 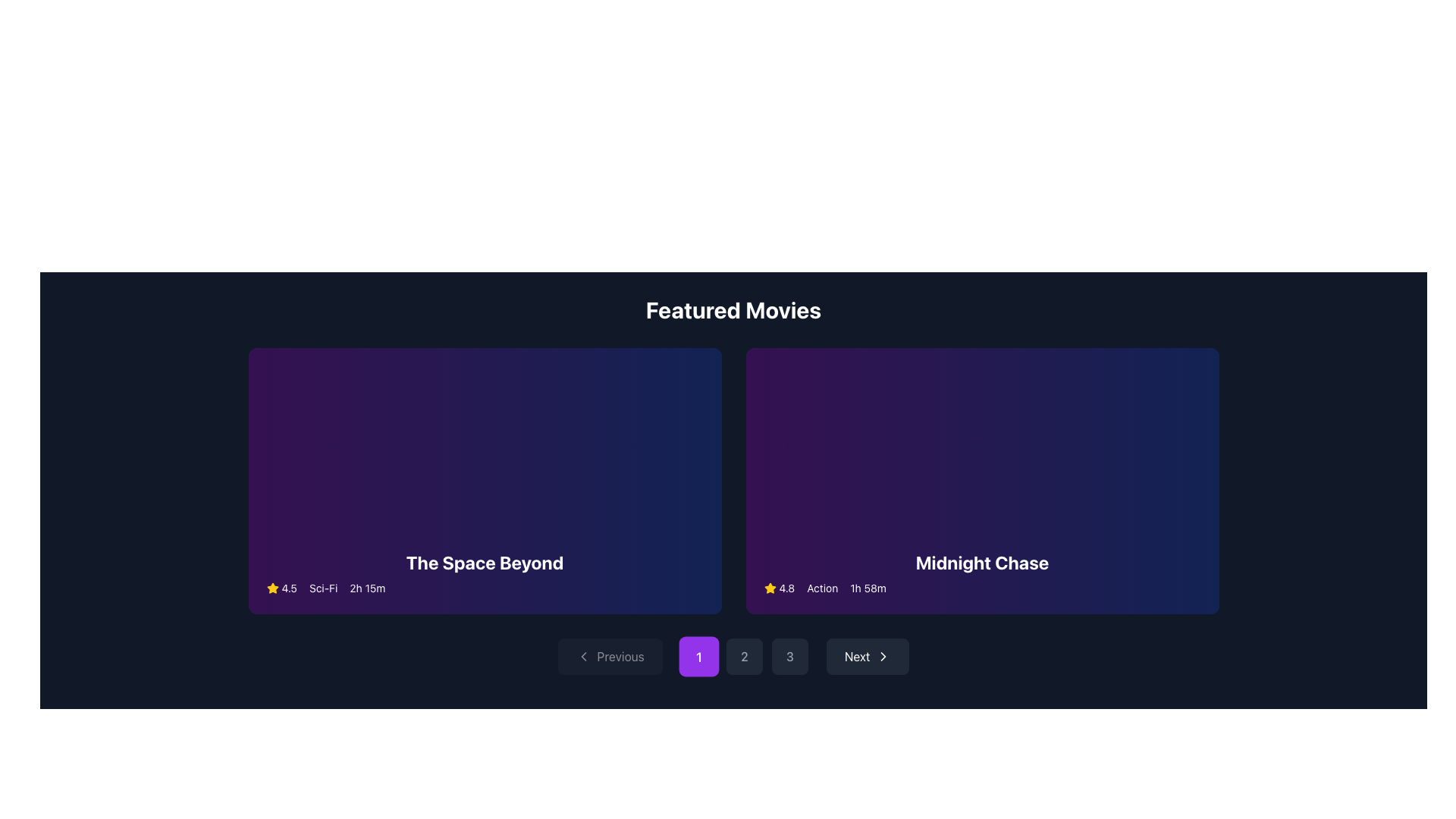 What do you see at coordinates (770, 587) in the screenshot?
I see `the rating indicator icon located on the far left of the rating value text in the 'Midnight Chase' card` at bounding box center [770, 587].